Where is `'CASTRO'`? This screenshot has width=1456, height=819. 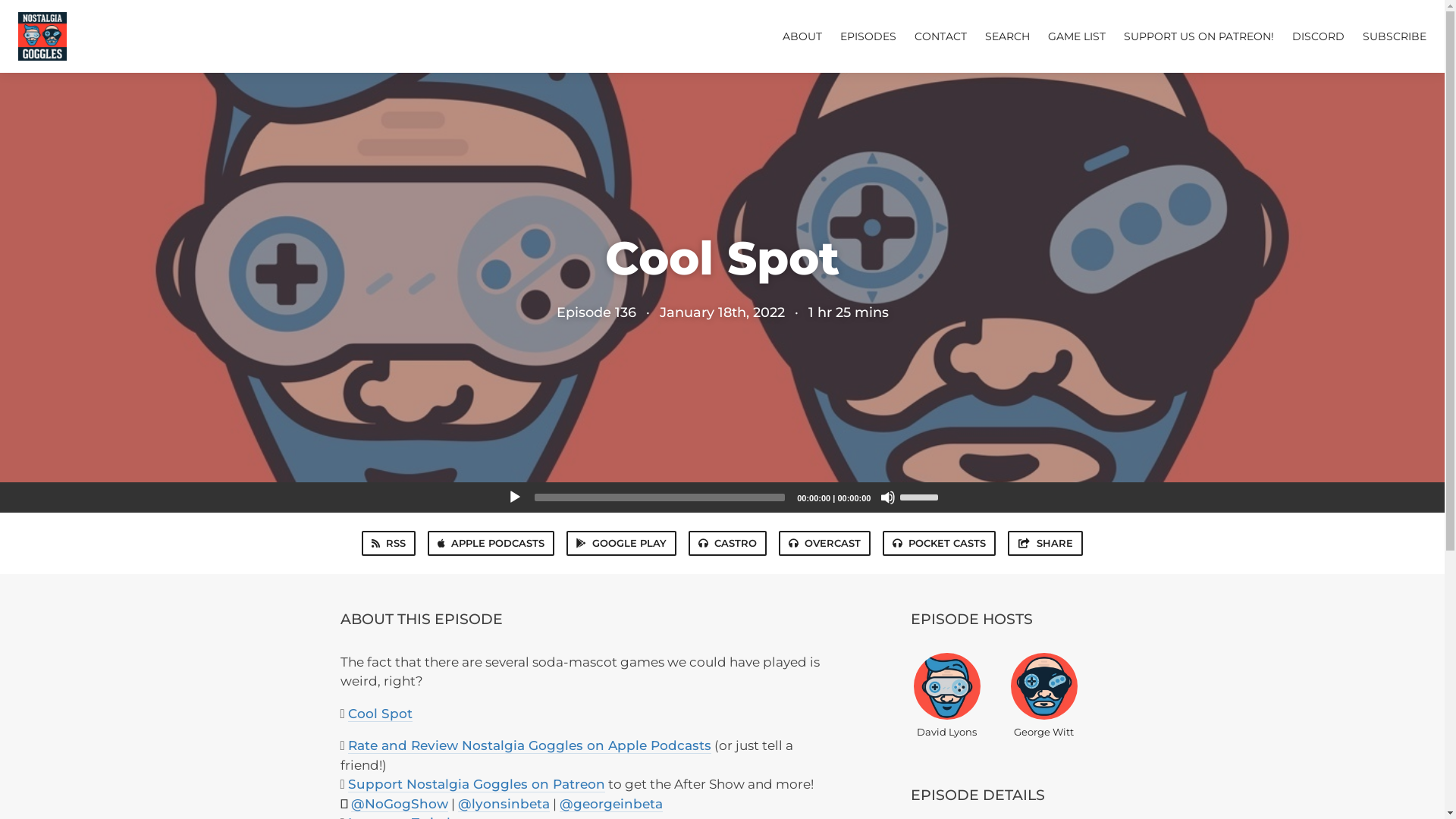 'CASTRO' is located at coordinates (726, 542).